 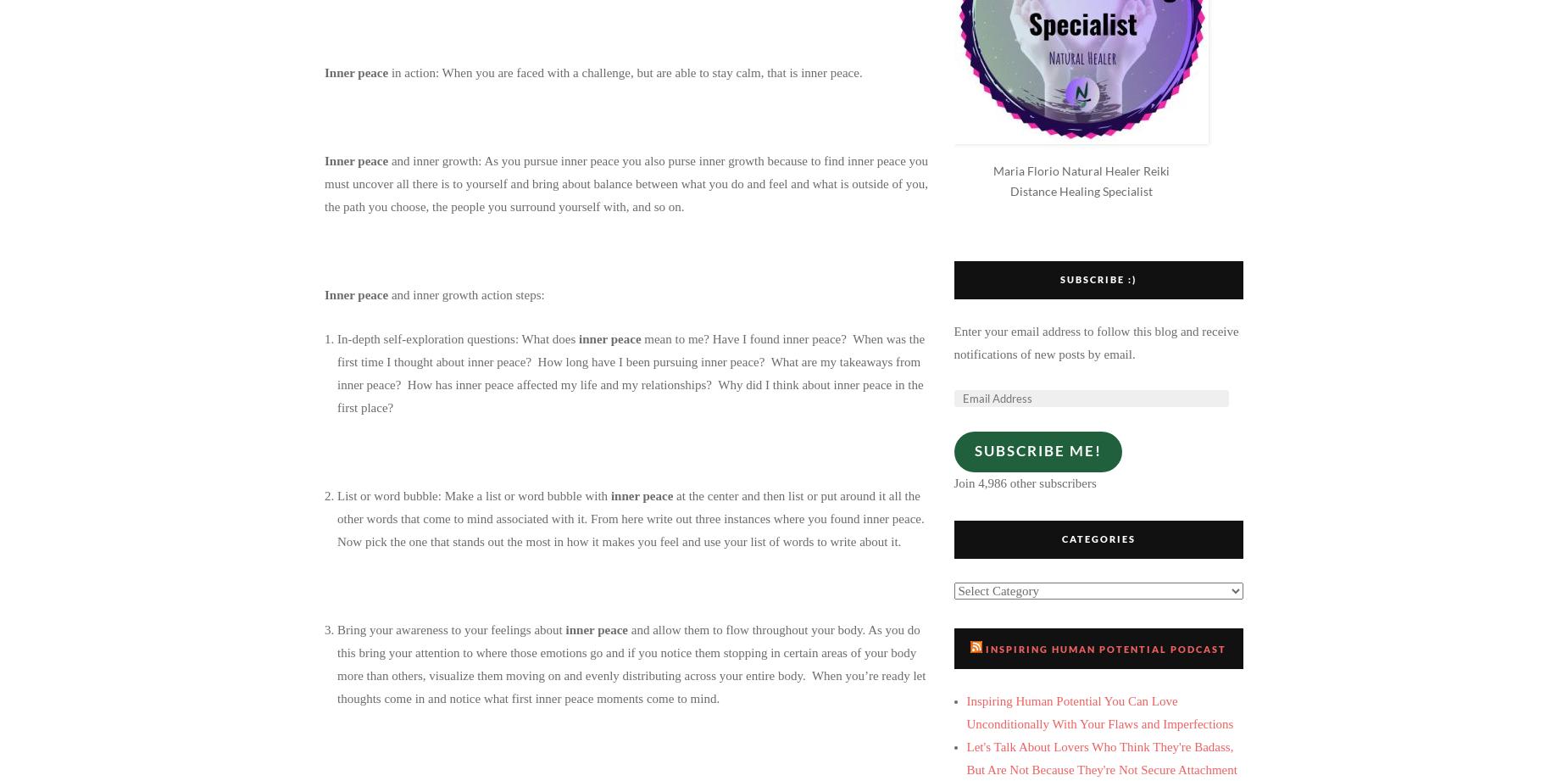 What do you see at coordinates (631, 372) in the screenshot?
I see `'mean to me? Have I found inner peace?  When was the first time I thought about inner peace?  How long have I been pursuing inner peace?  What are my takeaways from inner peace?  How has inner peace affected my life and my relationships?  Why did I think about inner peace in the first place?'` at bounding box center [631, 372].